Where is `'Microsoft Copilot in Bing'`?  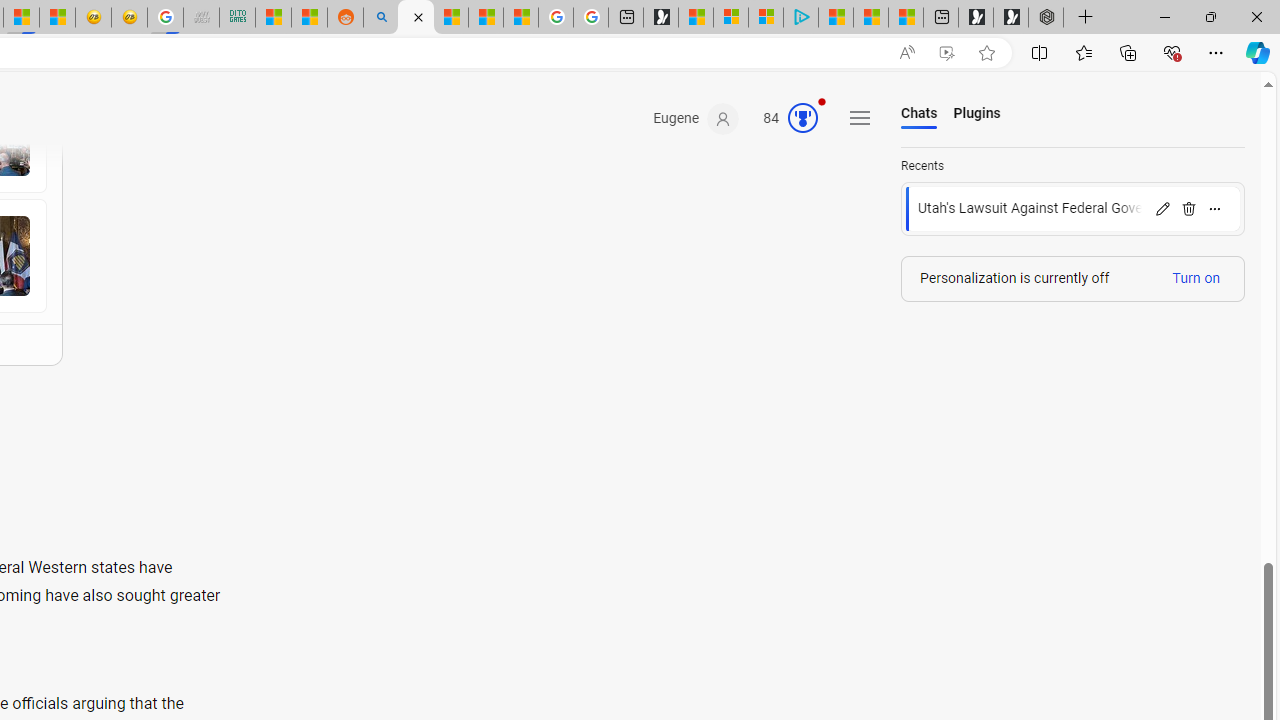 'Microsoft Copilot in Bing' is located at coordinates (415, 17).